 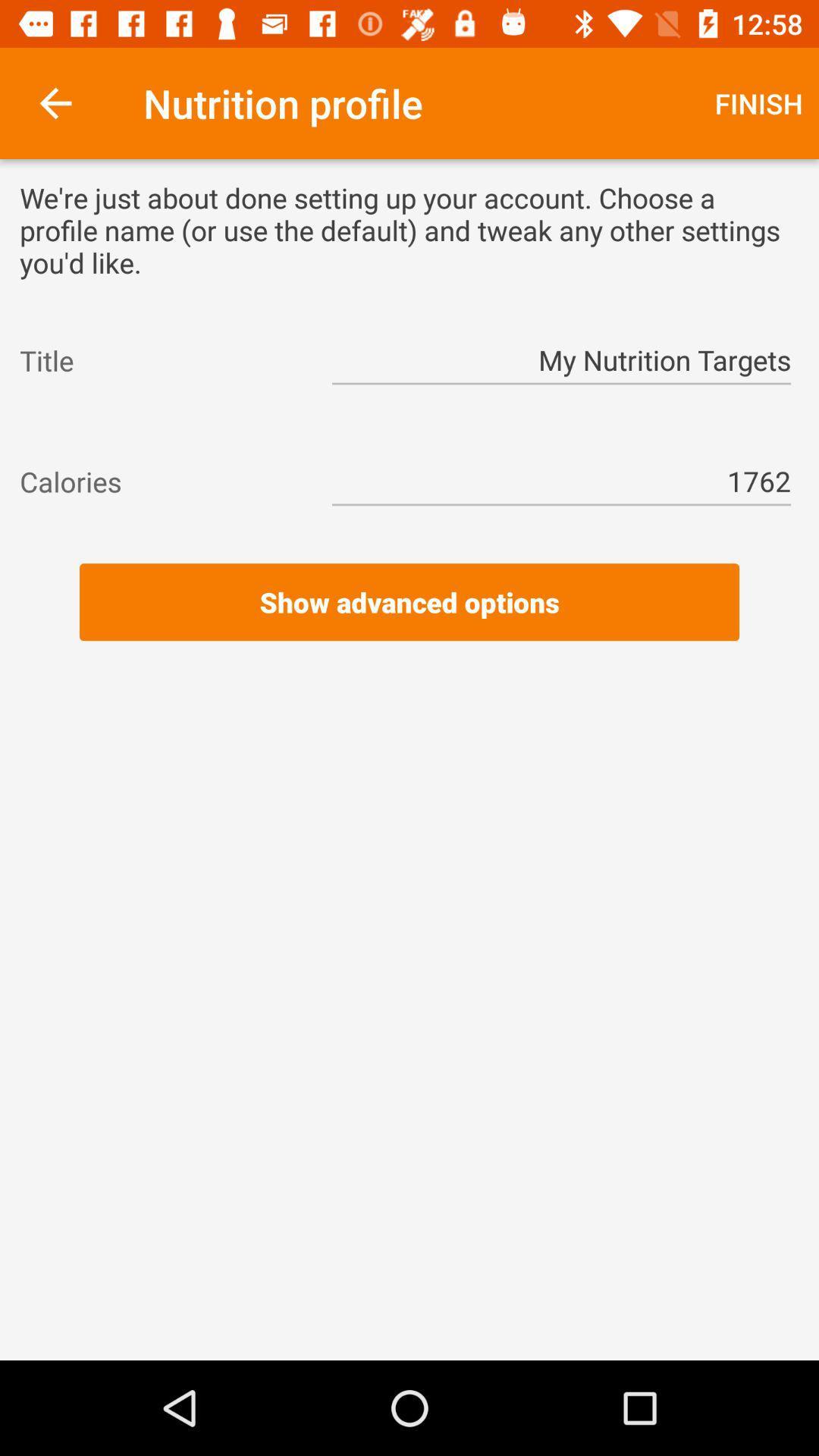 What do you see at coordinates (561, 359) in the screenshot?
I see `my nutrition targets item` at bounding box center [561, 359].